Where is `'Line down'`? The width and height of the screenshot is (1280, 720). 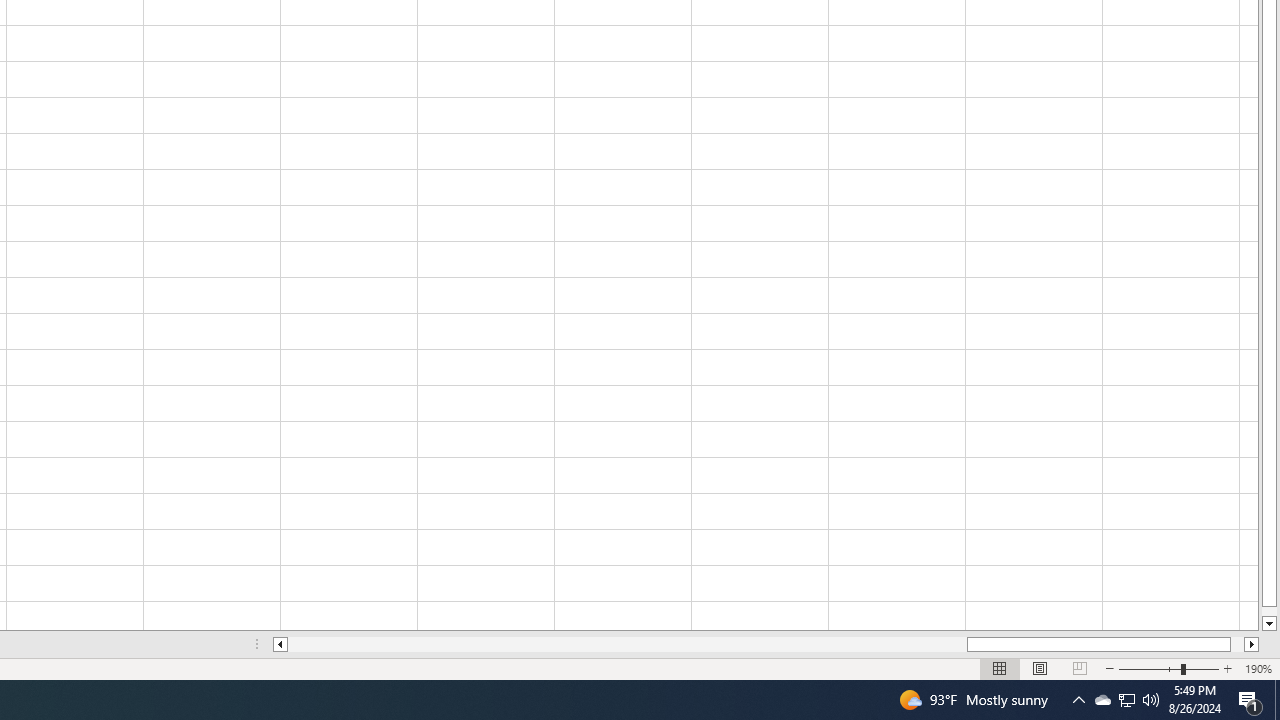 'Line down' is located at coordinates (1268, 623).